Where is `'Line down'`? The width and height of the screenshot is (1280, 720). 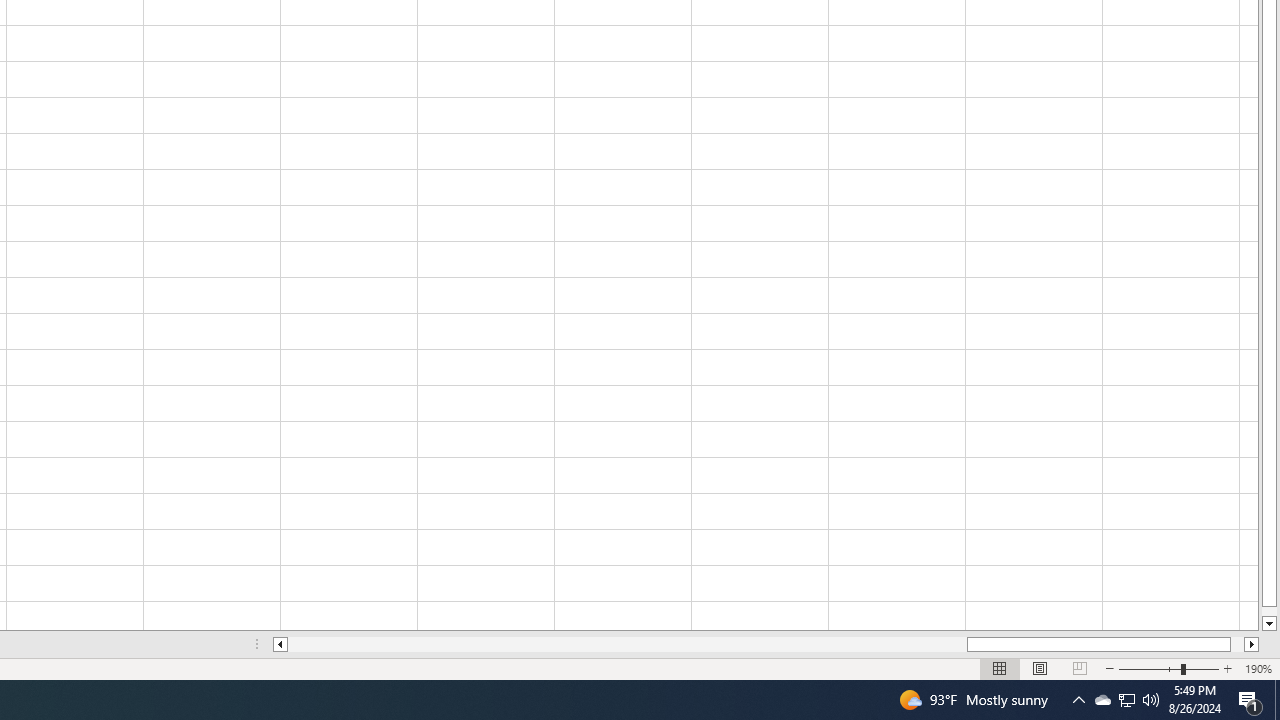 'Line down' is located at coordinates (1268, 623).